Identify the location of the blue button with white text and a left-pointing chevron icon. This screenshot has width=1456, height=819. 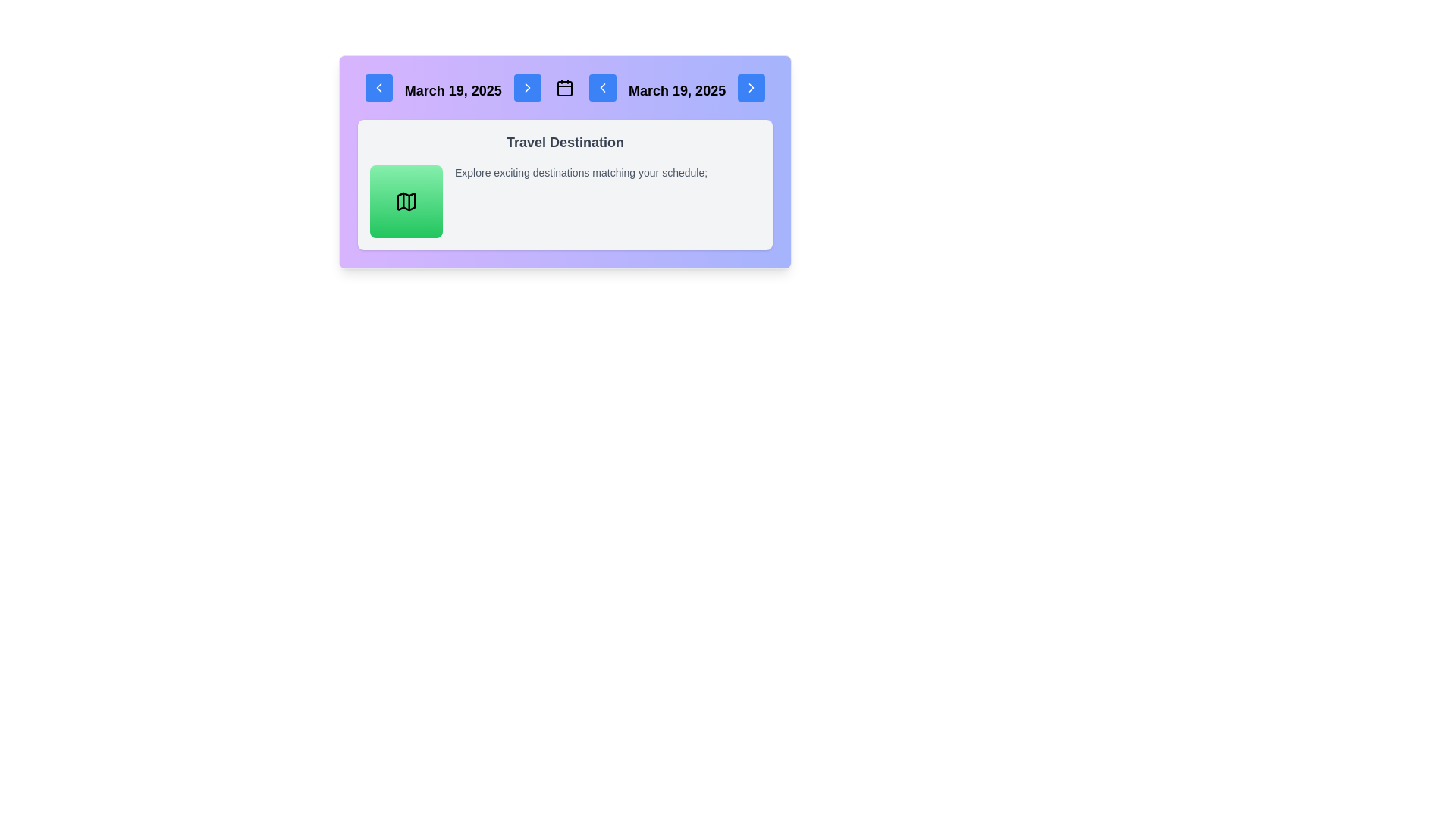
(378, 87).